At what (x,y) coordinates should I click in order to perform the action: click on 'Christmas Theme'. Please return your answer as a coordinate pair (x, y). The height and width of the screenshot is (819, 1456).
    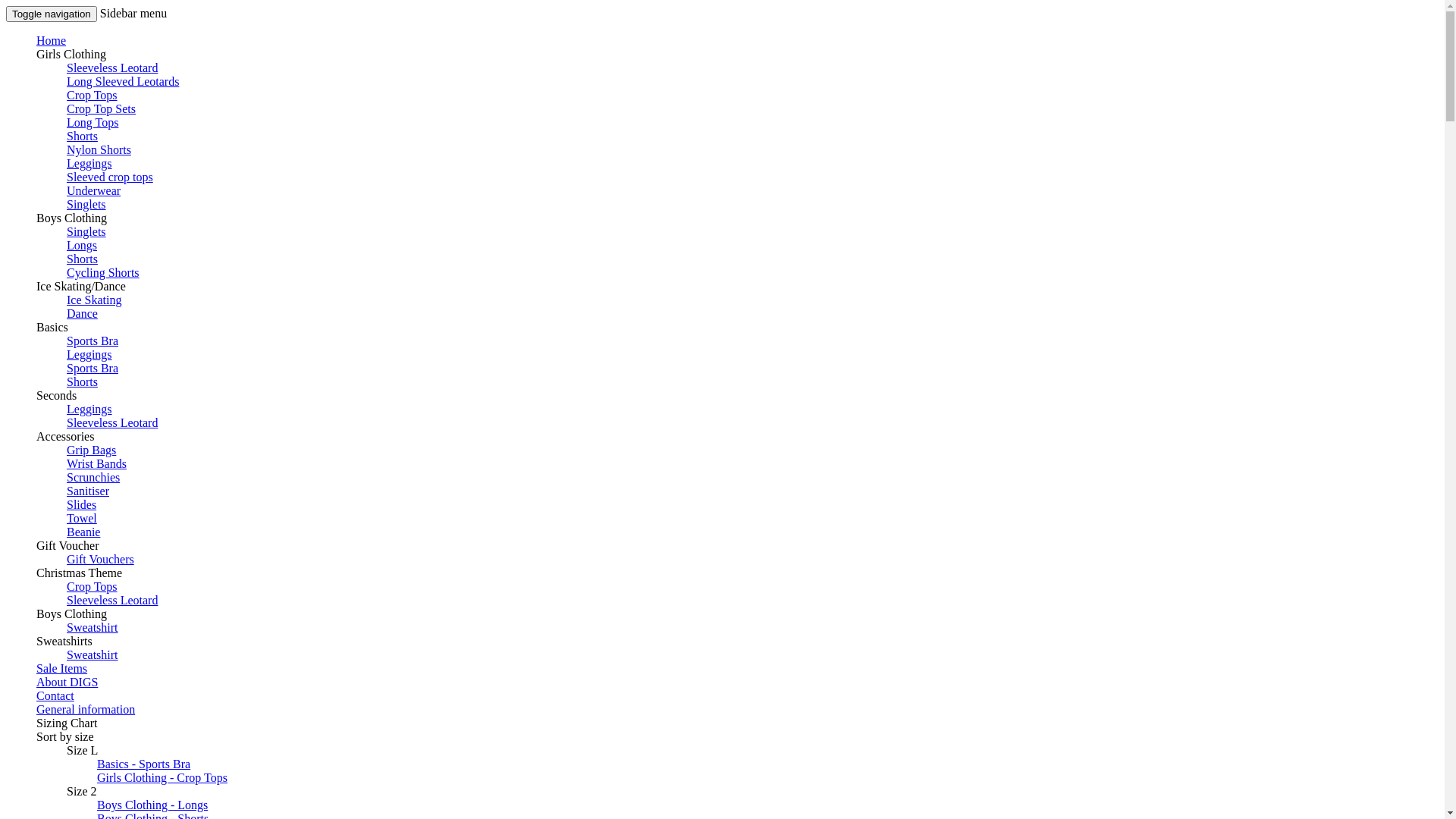
    Looking at the image, I should click on (78, 573).